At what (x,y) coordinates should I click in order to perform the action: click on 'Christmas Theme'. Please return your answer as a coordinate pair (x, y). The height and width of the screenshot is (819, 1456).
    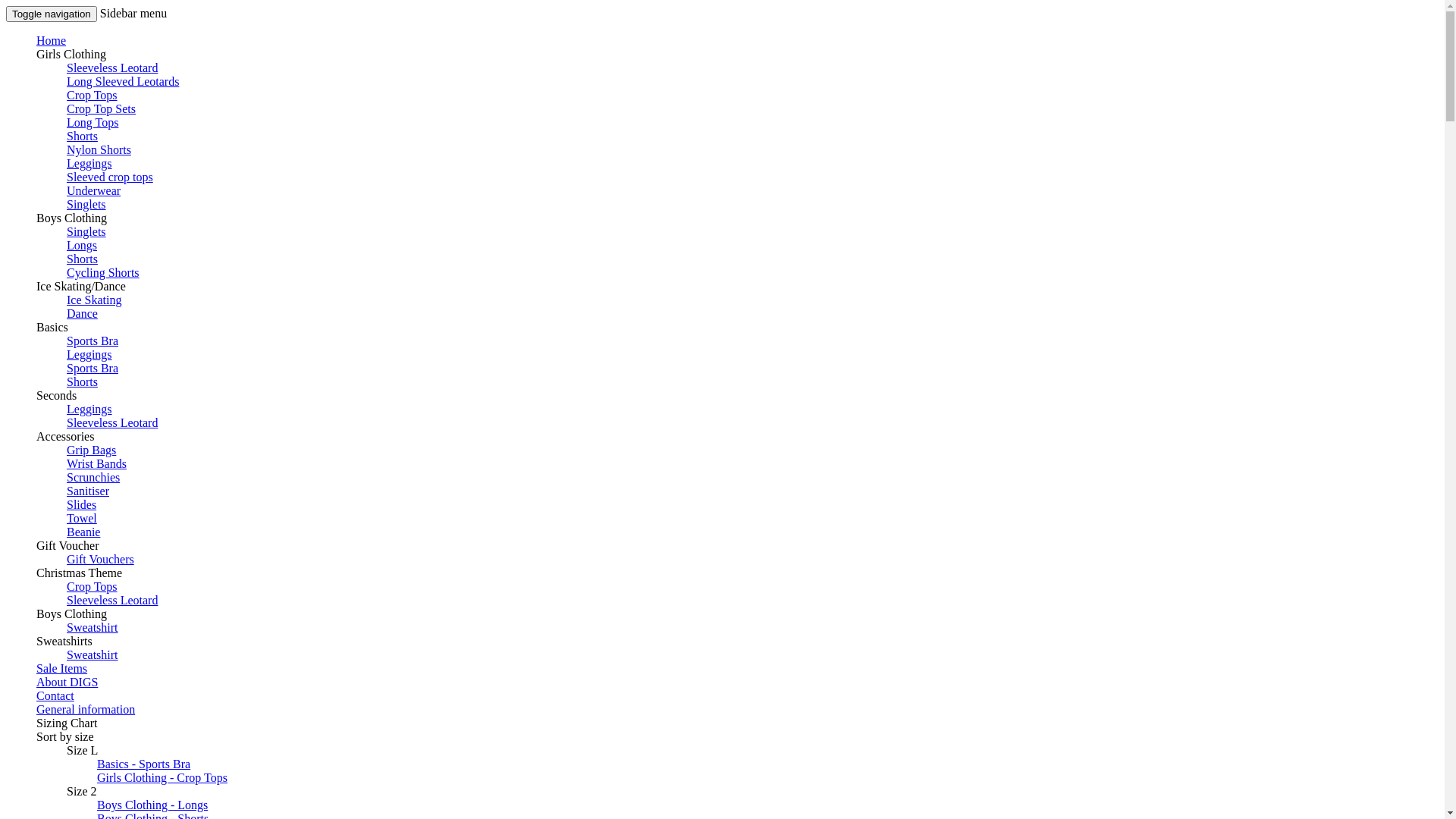
    Looking at the image, I should click on (78, 573).